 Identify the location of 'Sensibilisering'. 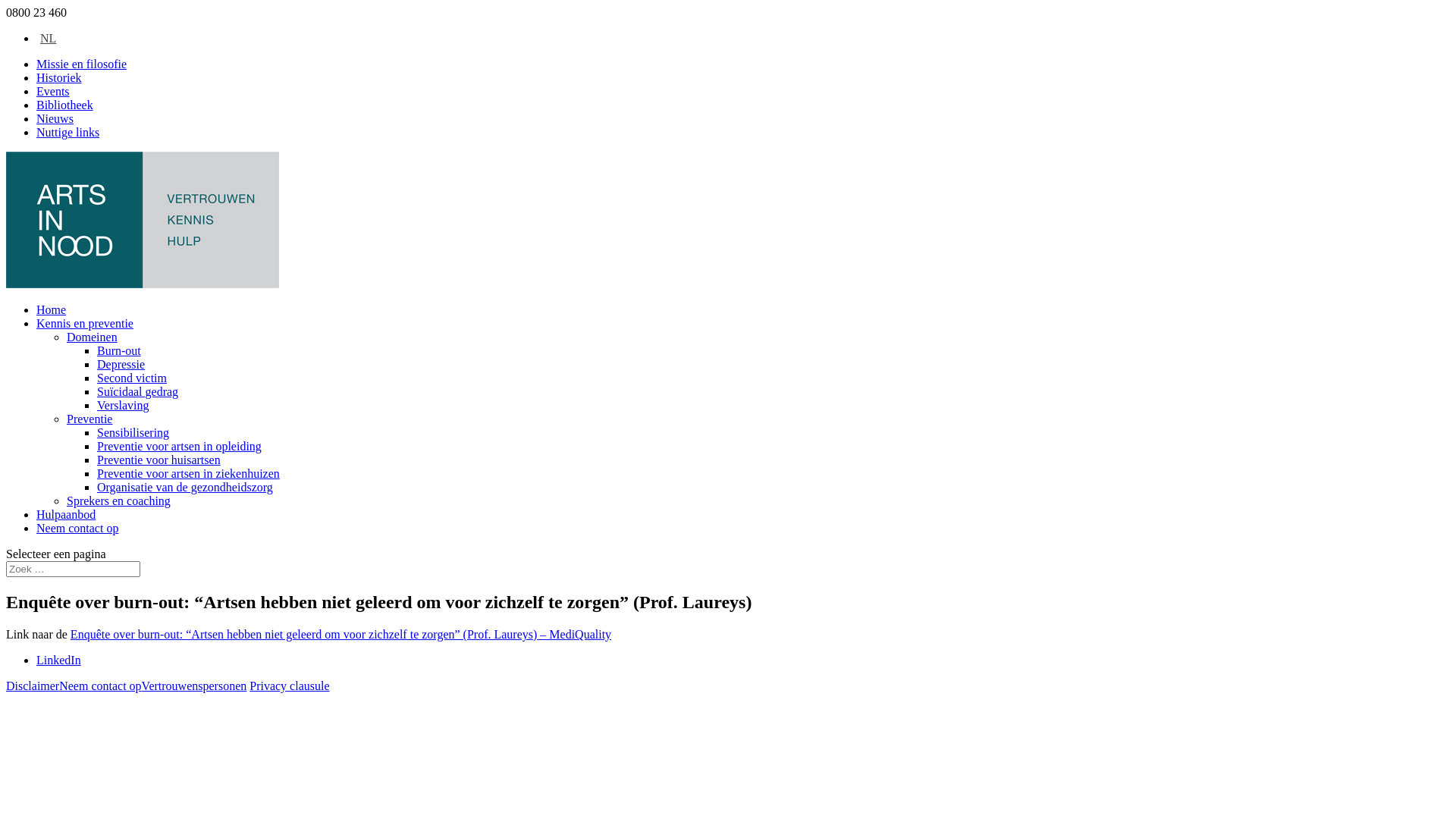
(133, 432).